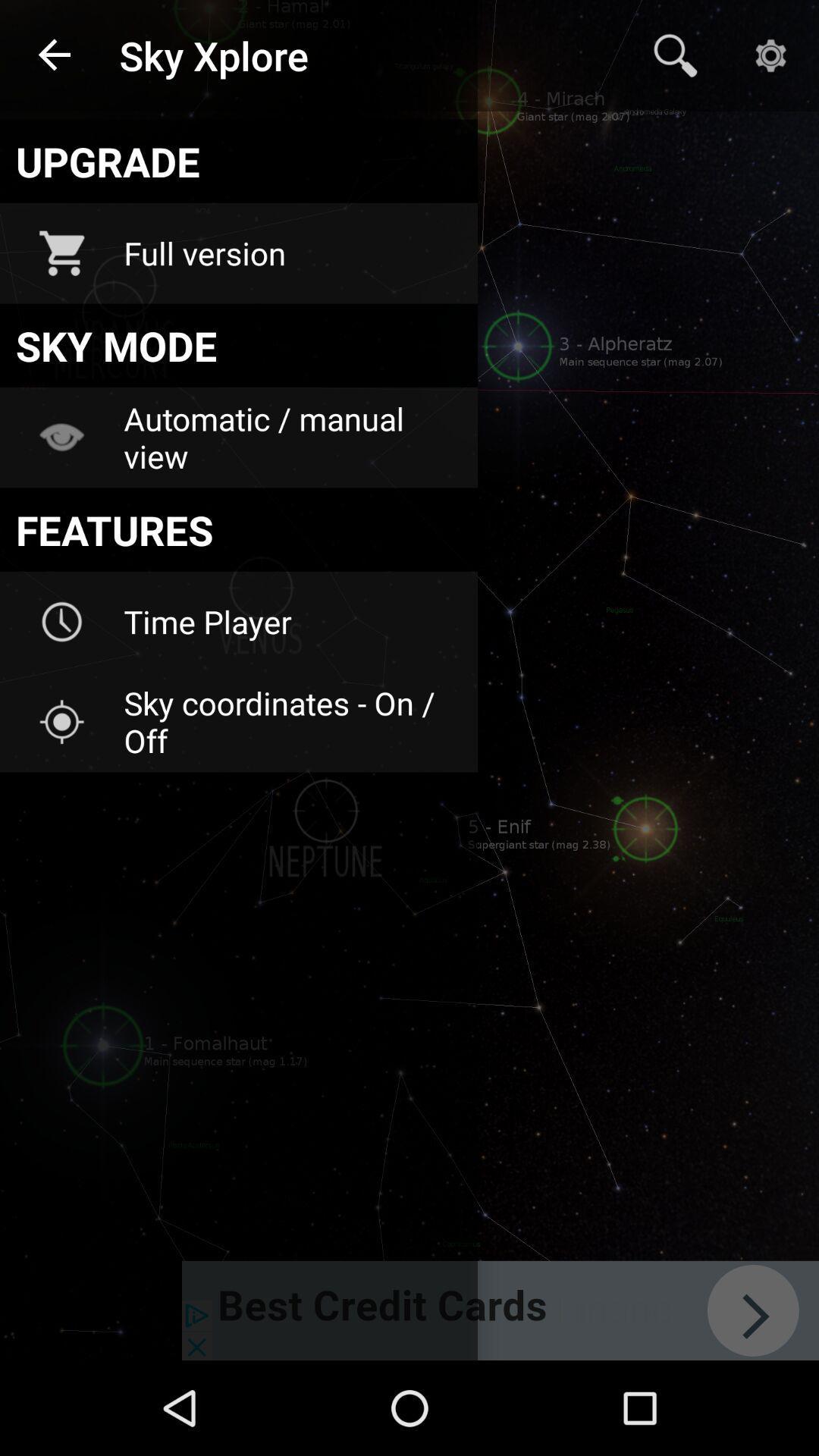  Describe the element at coordinates (55, 55) in the screenshot. I see `the app to the left of sky xplore` at that location.